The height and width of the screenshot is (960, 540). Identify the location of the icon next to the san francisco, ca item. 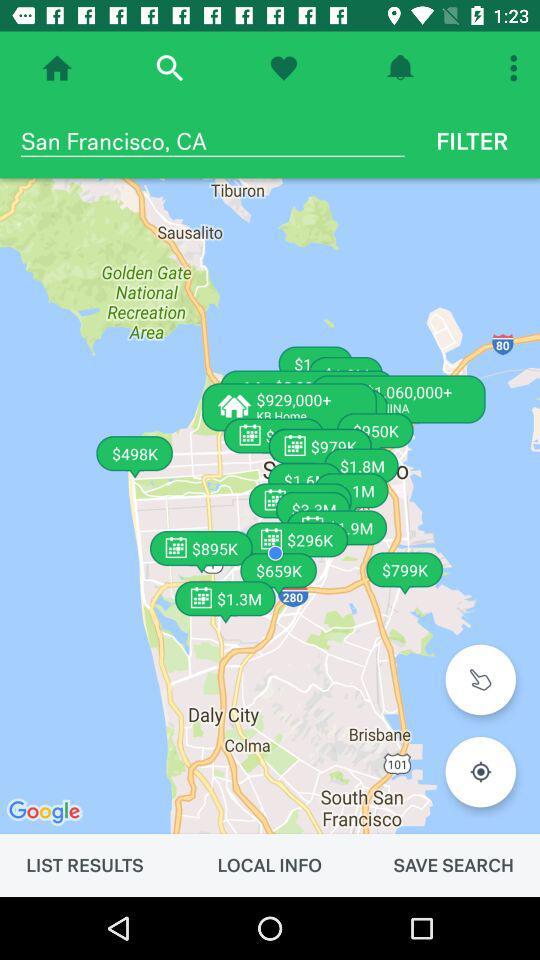
(472, 140).